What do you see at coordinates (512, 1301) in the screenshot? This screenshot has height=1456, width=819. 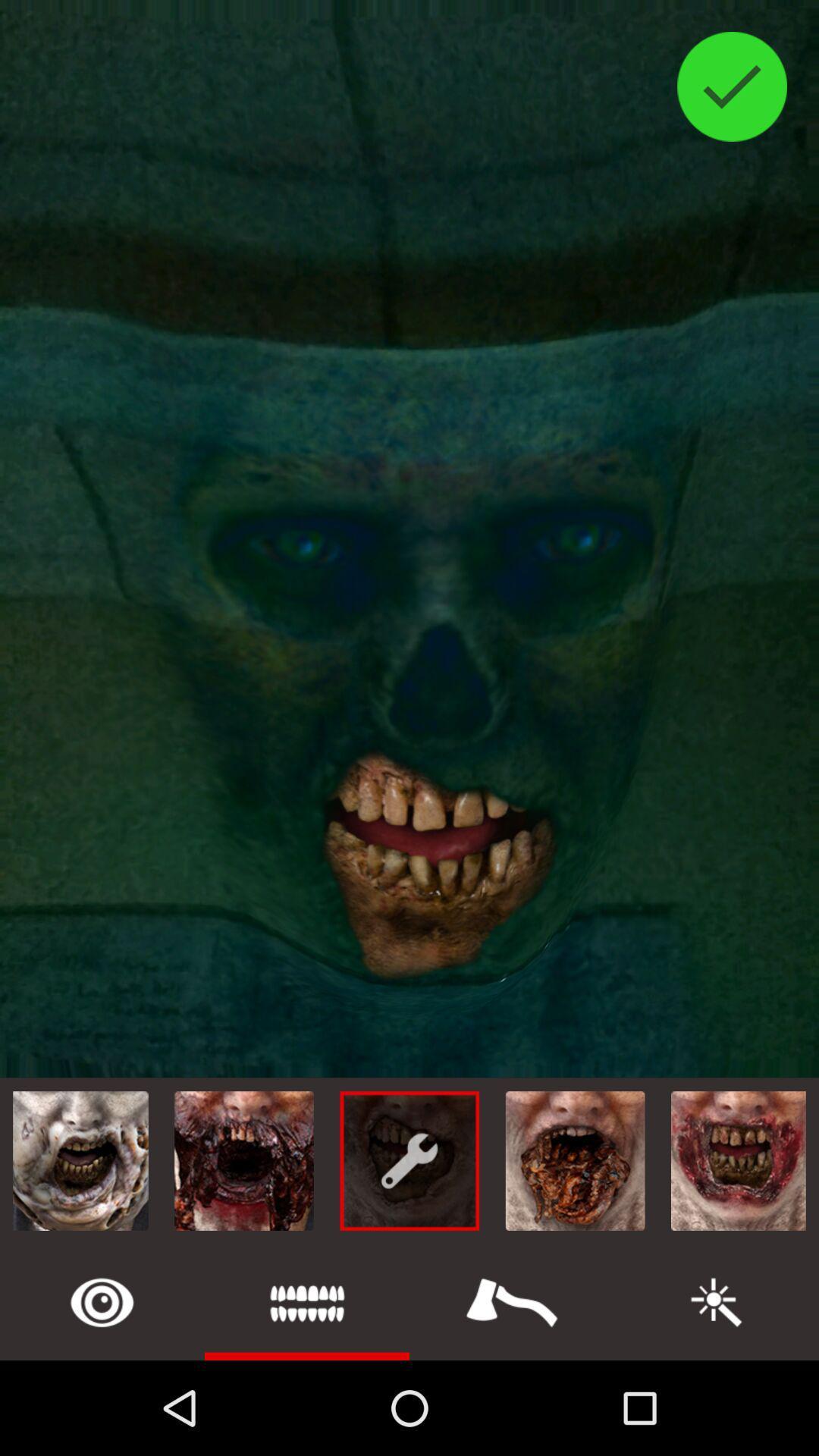 I see `weapon` at bounding box center [512, 1301].